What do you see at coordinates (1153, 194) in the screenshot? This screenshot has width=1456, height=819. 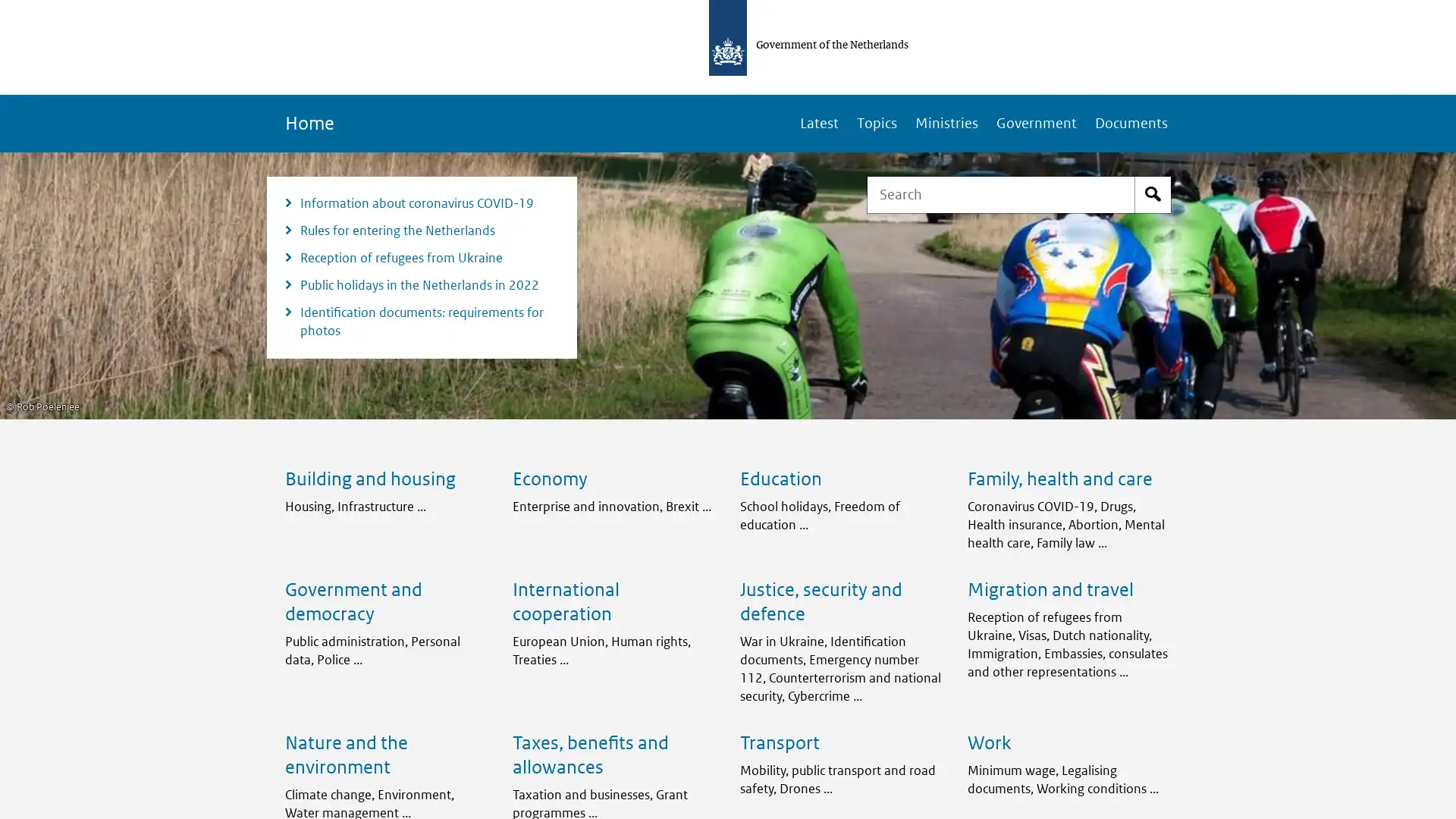 I see `Start search` at bounding box center [1153, 194].